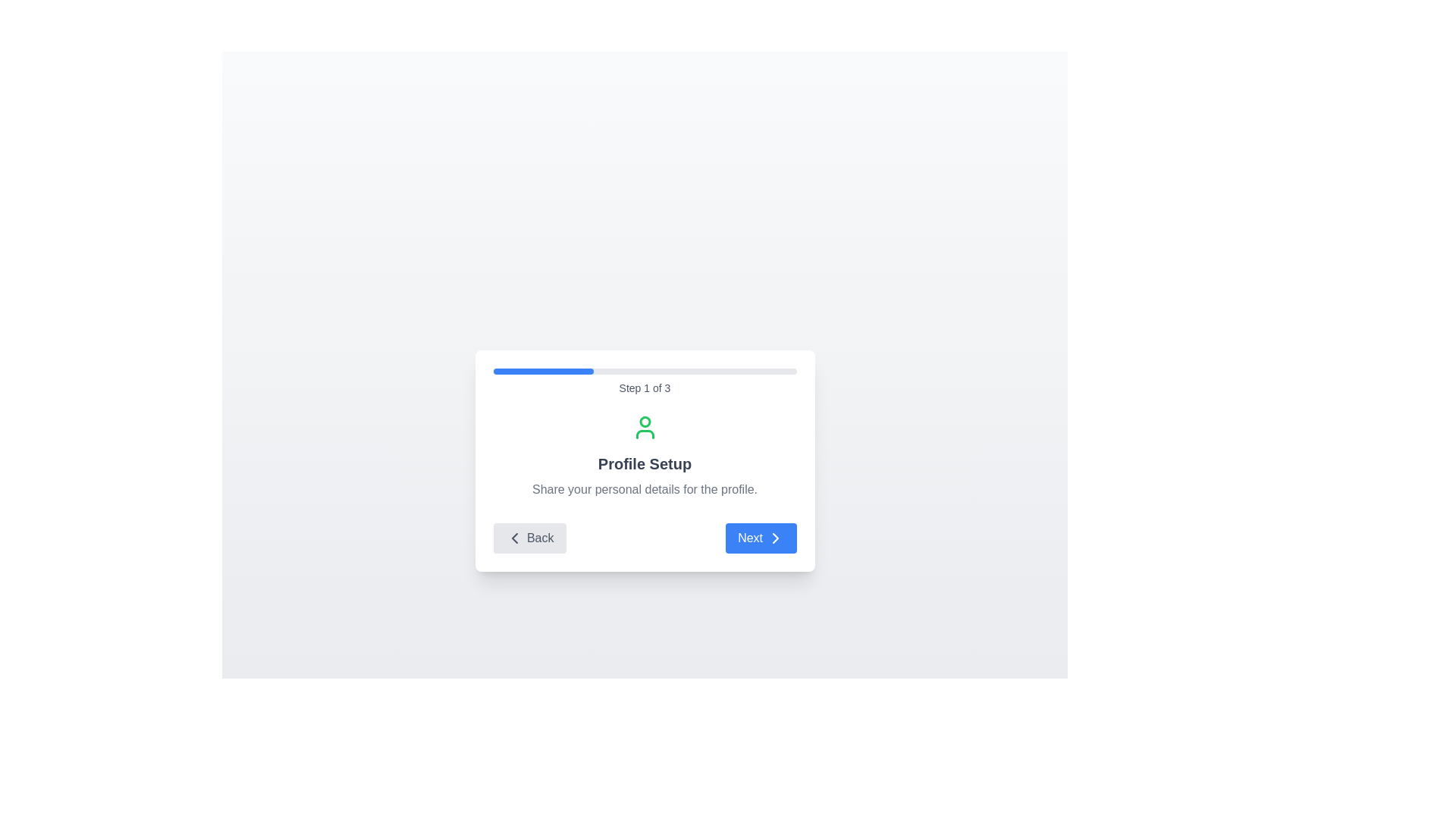 This screenshot has height=819, width=1456. What do you see at coordinates (645, 371) in the screenshot?
I see `the horizontally aligned progress bar at the top of the card, which has a gray background and a blue filled segment, located above the text 'Step 1 of 3'` at bounding box center [645, 371].